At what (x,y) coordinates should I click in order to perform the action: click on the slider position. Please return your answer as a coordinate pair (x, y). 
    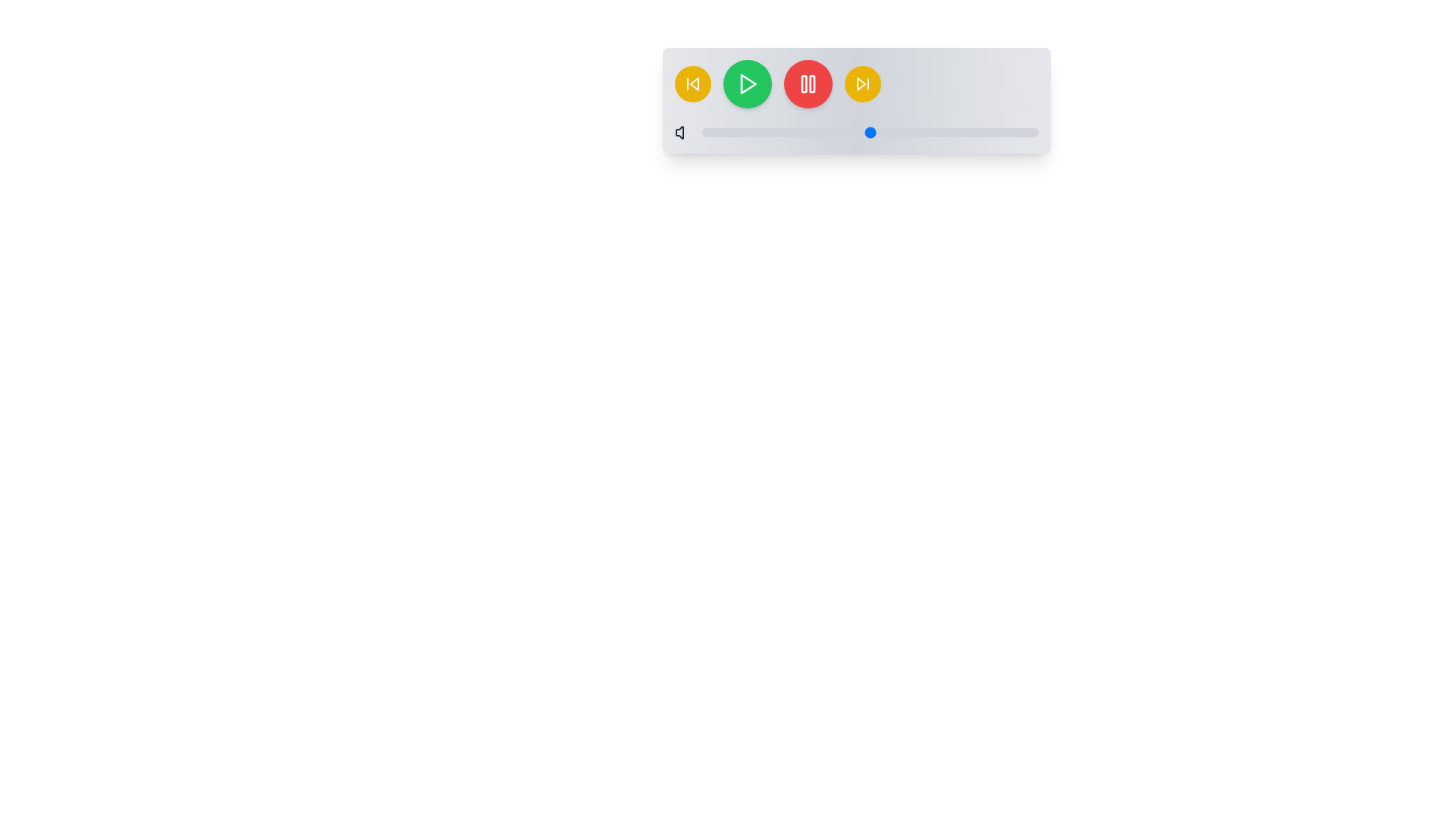
    Looking at the image, I should click on (981, 131).